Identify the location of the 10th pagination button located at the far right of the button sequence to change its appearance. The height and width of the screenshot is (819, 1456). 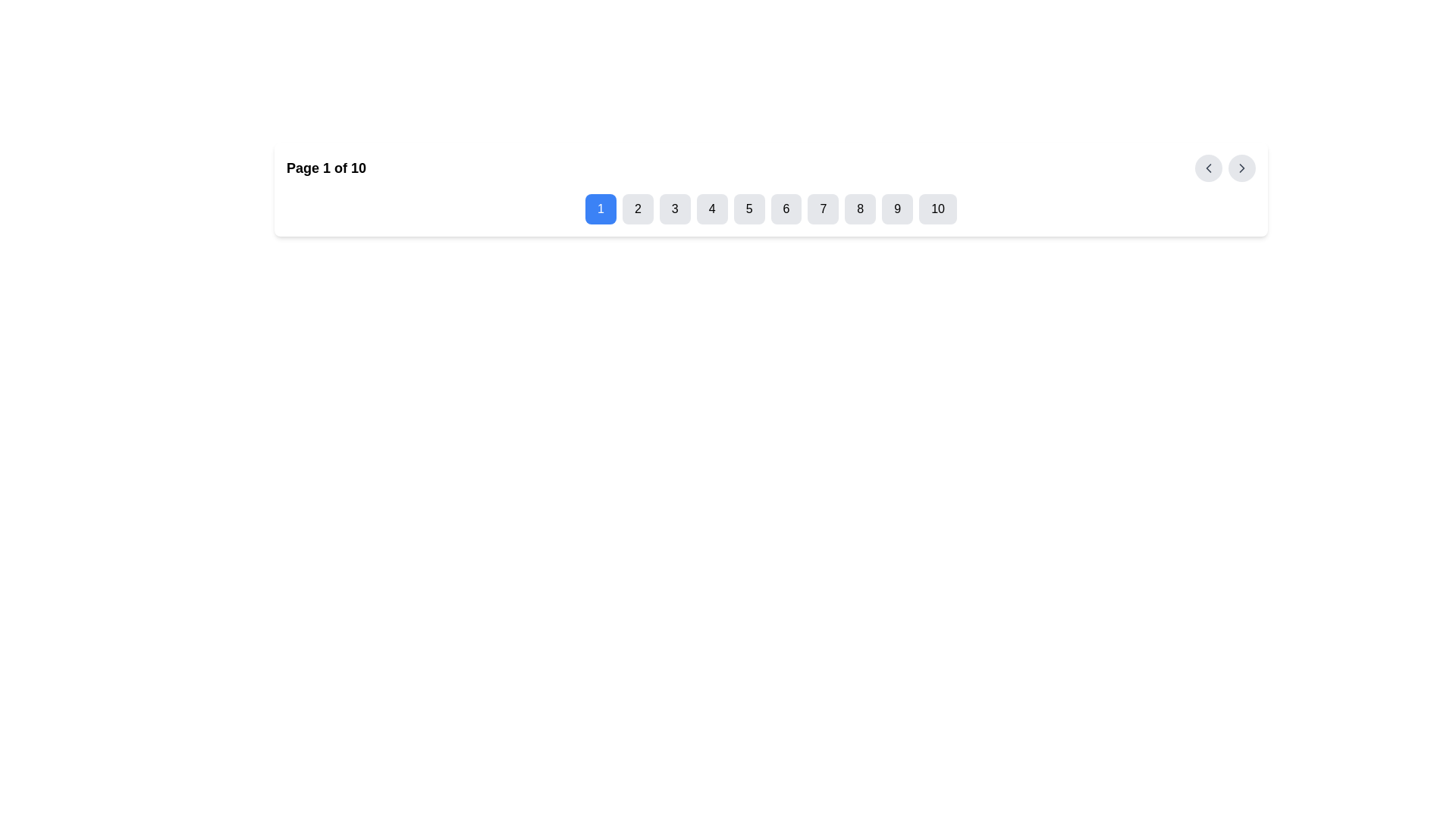
(937, 209).